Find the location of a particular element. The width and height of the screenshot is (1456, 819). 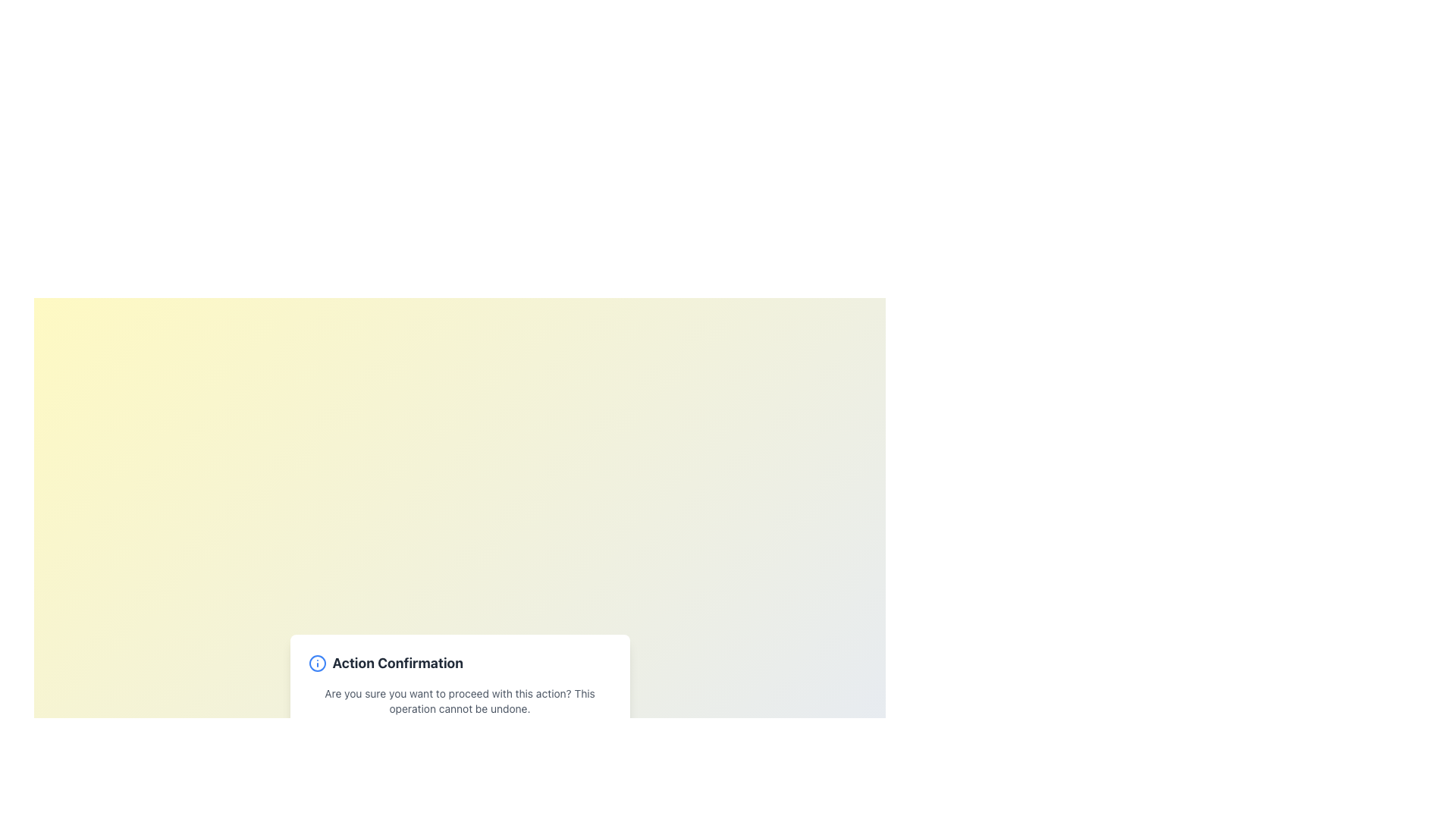

the 'Action Confirmation' label with icon, which is centrally located at the top of the modal dialog box is located at coordinates (459, 663).